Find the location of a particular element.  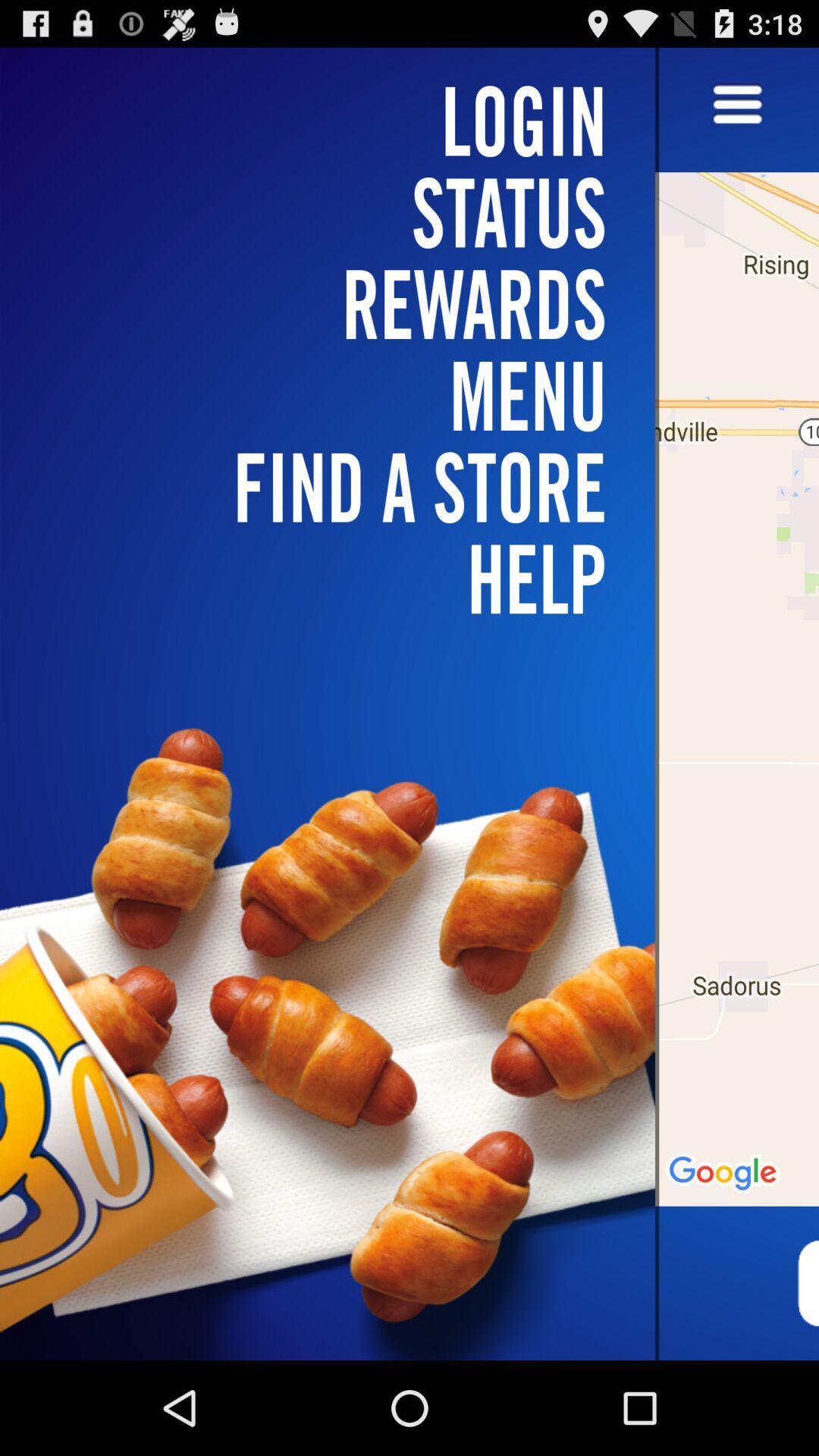

the login icon is located at coordinates (336, 120).